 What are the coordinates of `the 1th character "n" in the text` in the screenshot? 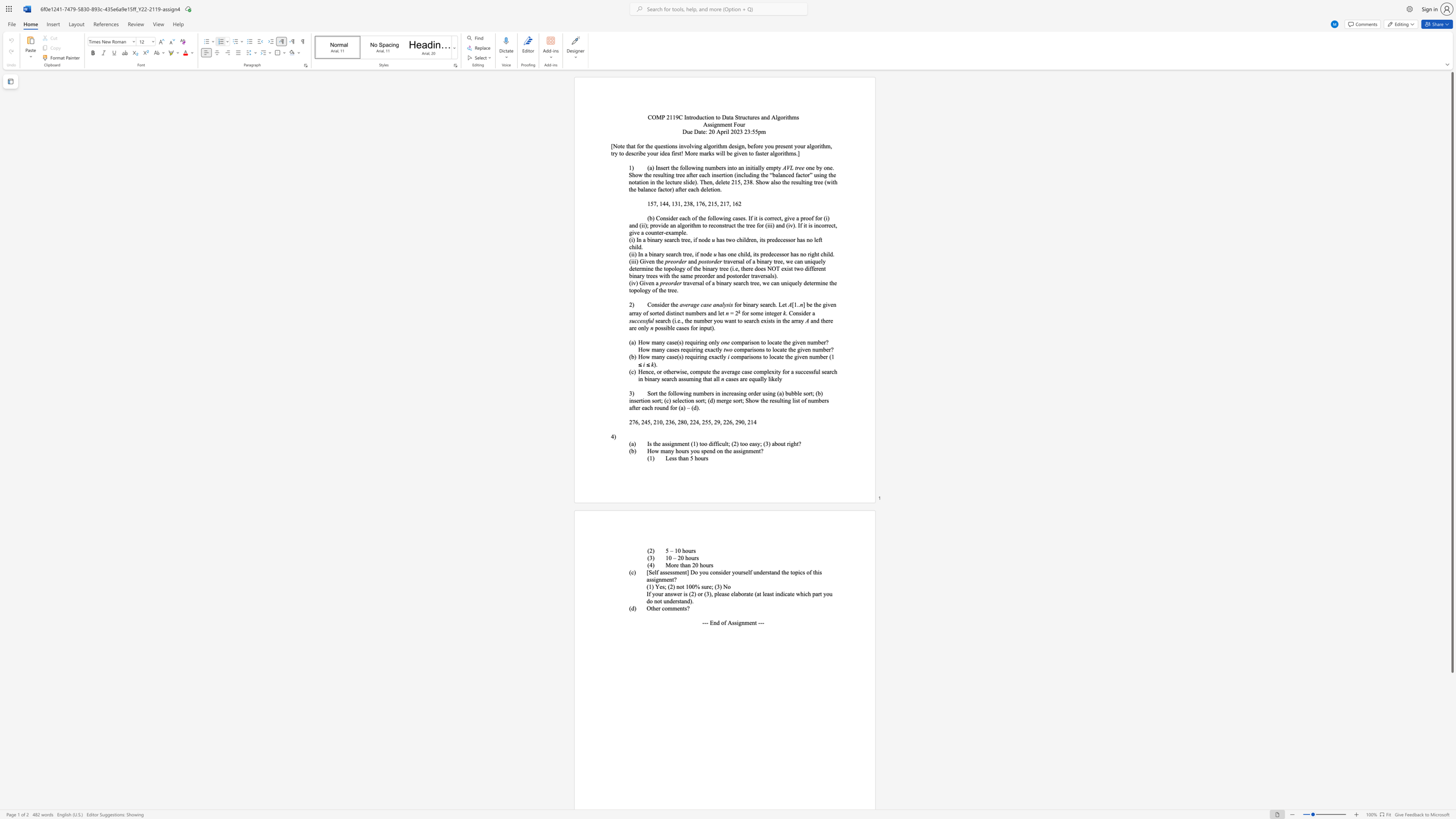 It's located at (675, 443).